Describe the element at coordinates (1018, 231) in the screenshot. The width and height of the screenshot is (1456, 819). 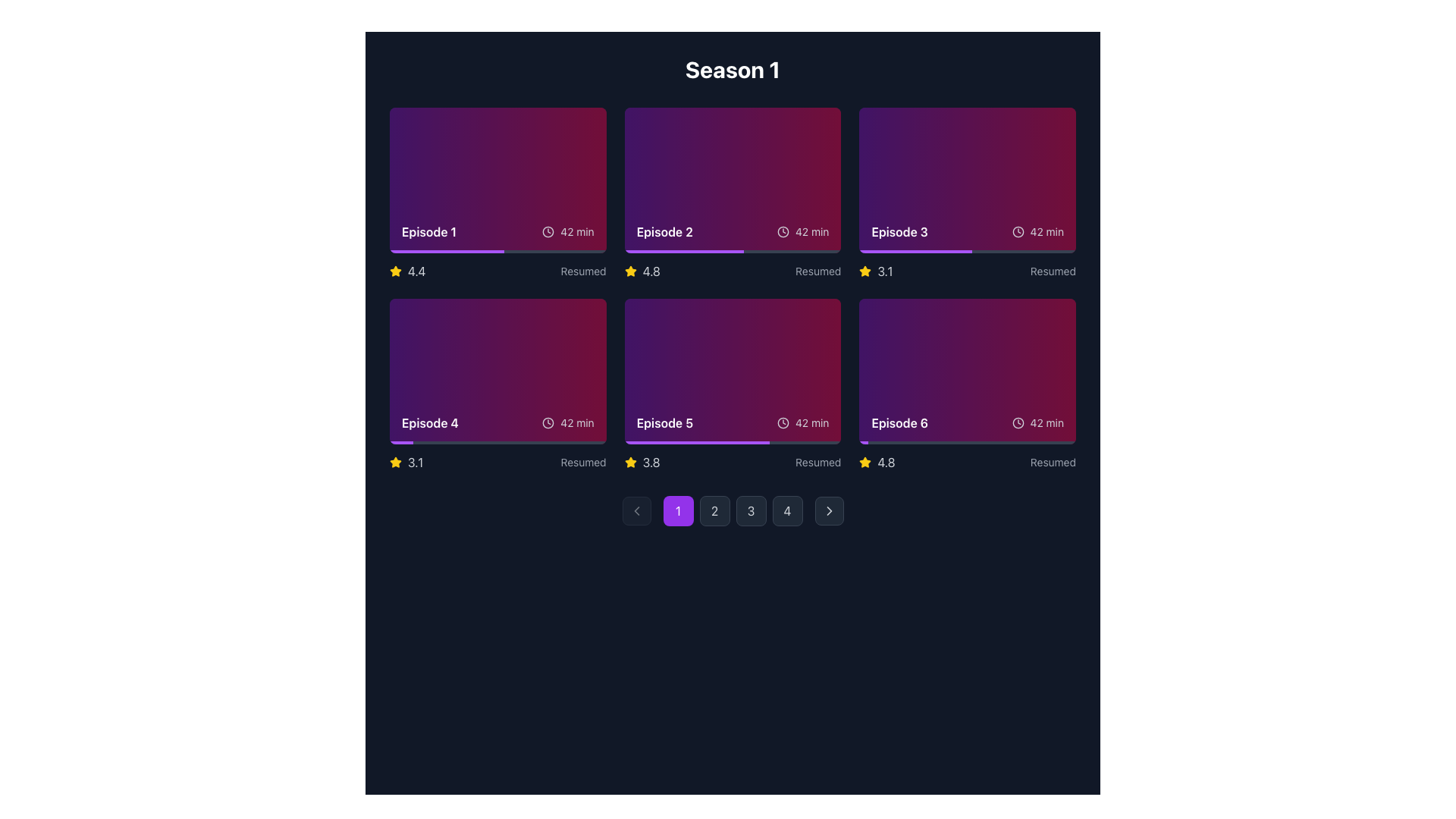
I see `the time icon located in the Episode 3 card, which is in the second row, third column of the layout, to the left of the '42 min' text` at that location.